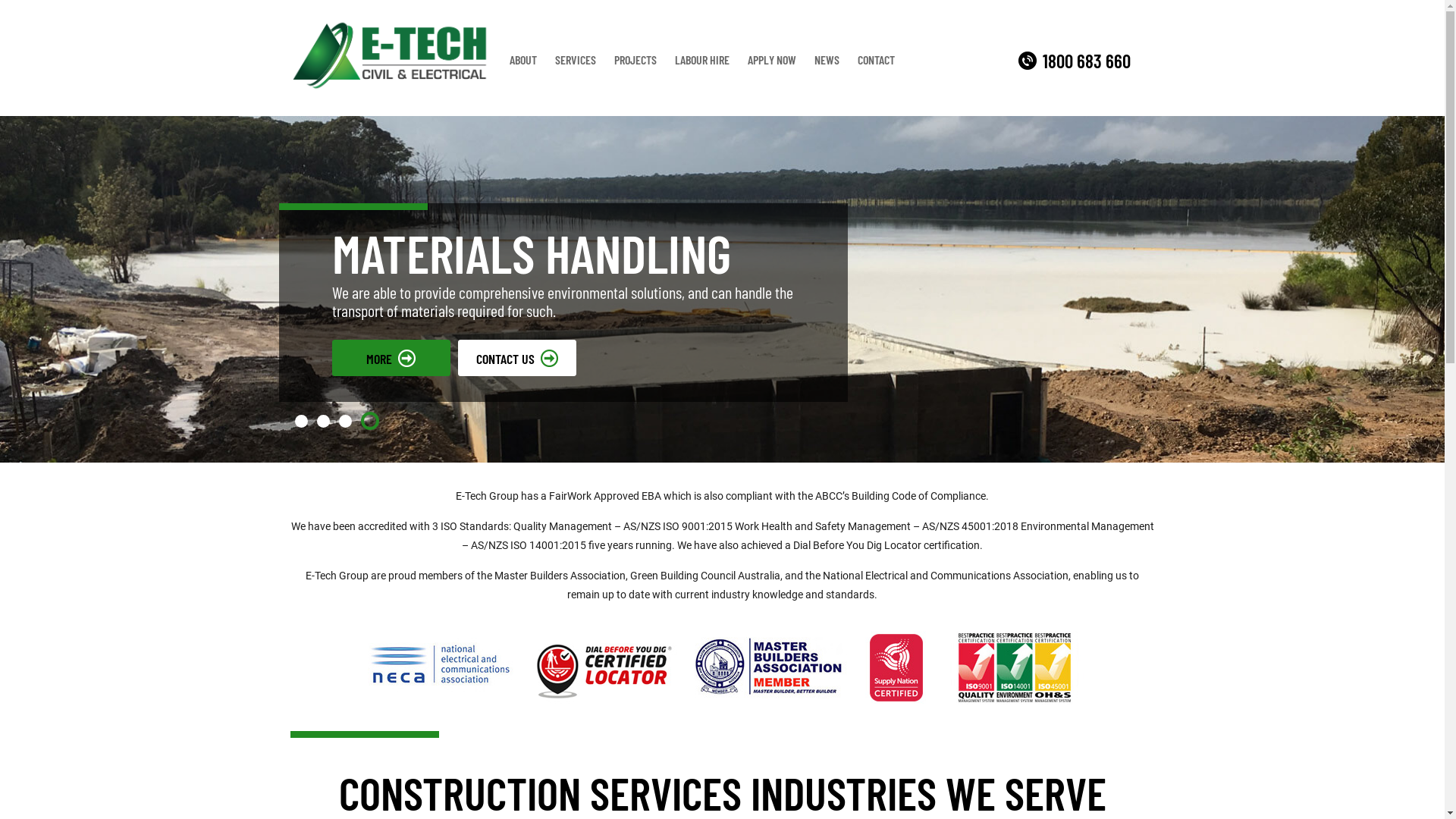 Image resolution: width=1456 pixels, height=819 pixels. I want to click on 'NEWS', so click(826, 58).